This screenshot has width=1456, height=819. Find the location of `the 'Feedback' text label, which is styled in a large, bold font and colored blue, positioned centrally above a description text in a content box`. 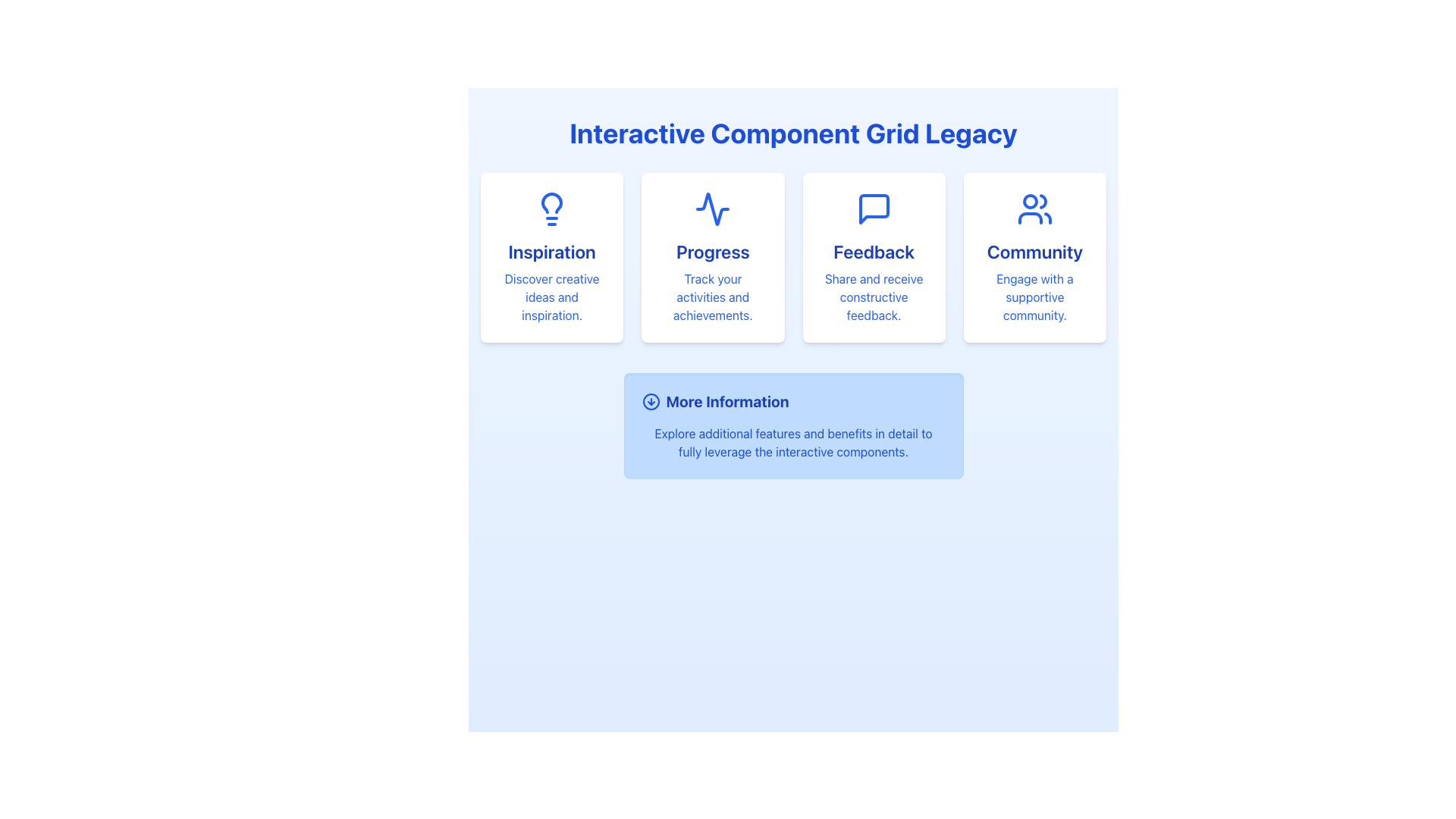

the 'Feedback' text label, which is styled in a large, bold font and colored blue, positioned centrally above a description text in a content box is located at coordinates (874, 250).